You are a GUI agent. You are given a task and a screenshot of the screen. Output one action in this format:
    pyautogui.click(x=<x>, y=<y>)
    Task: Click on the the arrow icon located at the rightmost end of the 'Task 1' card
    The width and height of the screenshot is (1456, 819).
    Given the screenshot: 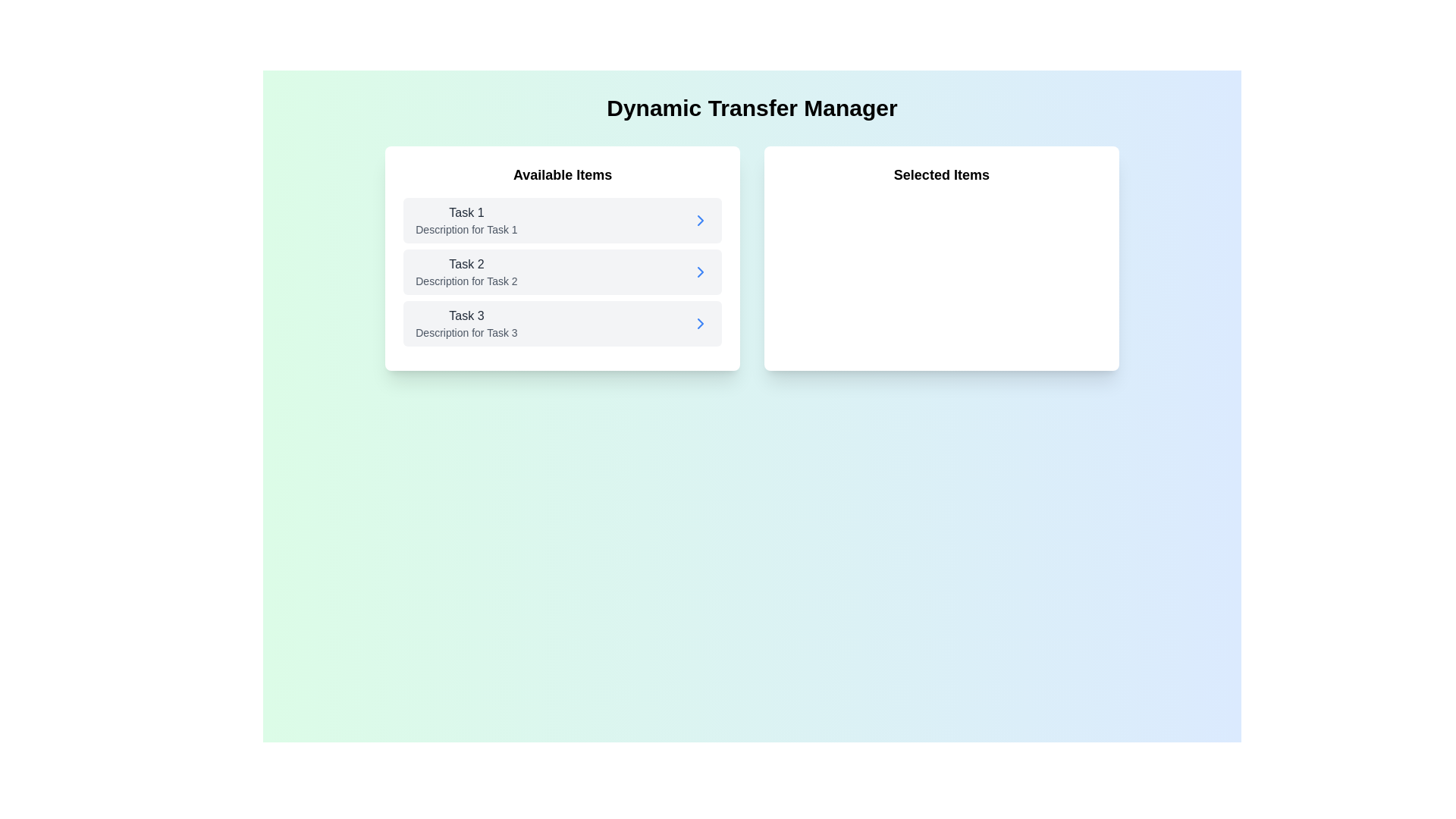 What is the action you would take?
    pyautogui.click(x=700, y=220)
    